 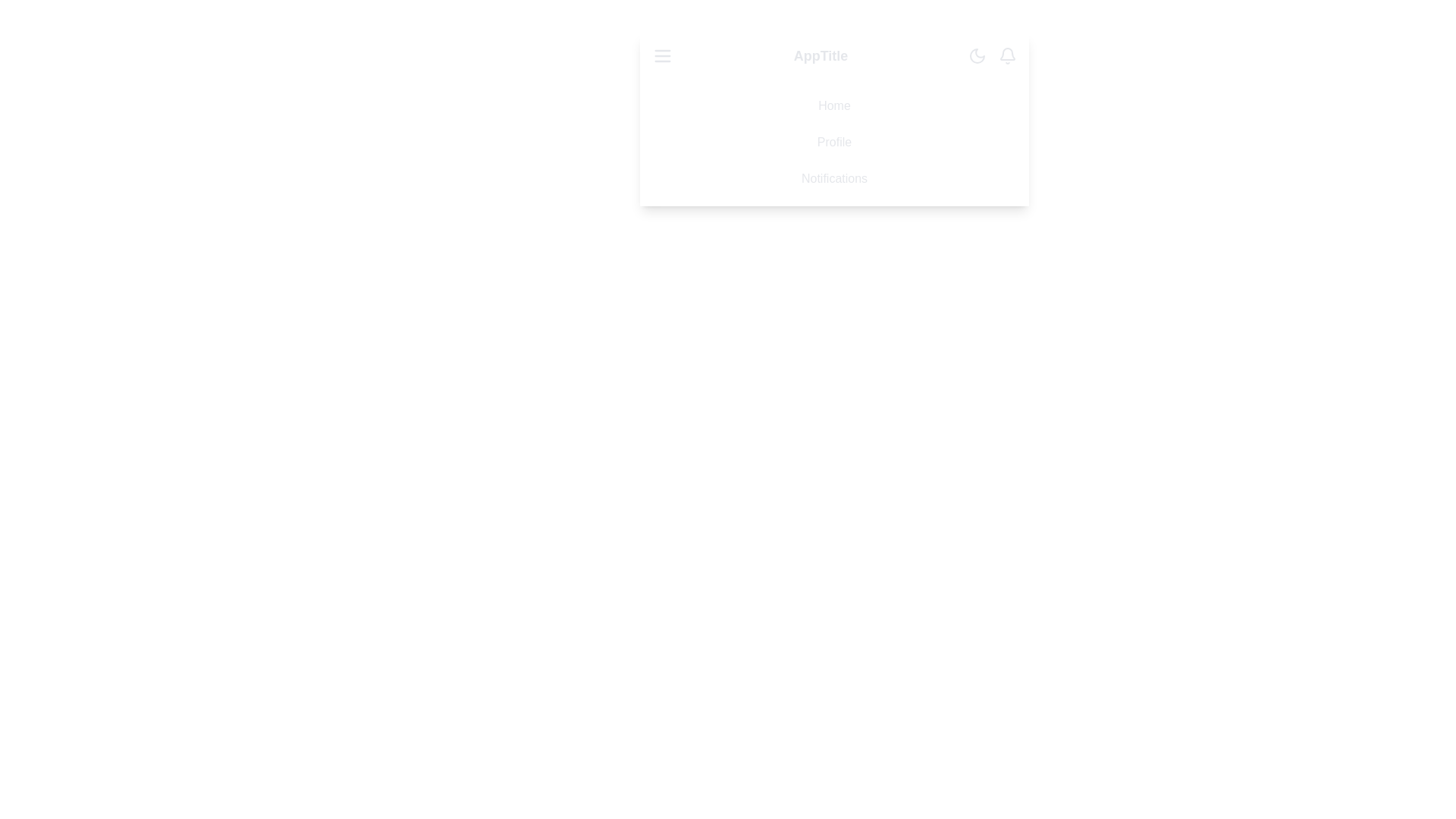 I want to click on the menu item Notifications from the list, so click(x=833, y=177).